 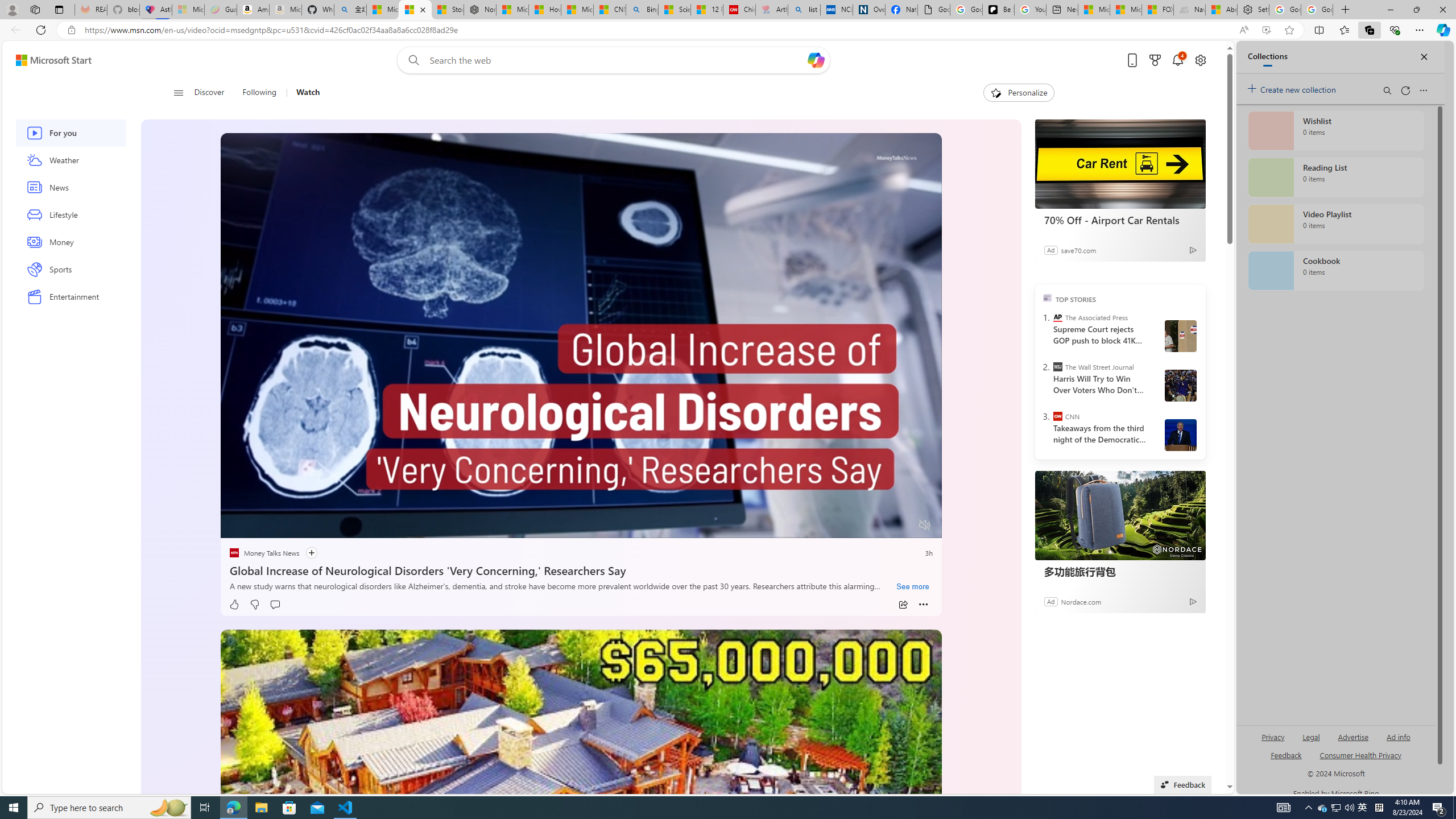 I want to click on 'FOX News - MSN', so click(x=1157, y=9).